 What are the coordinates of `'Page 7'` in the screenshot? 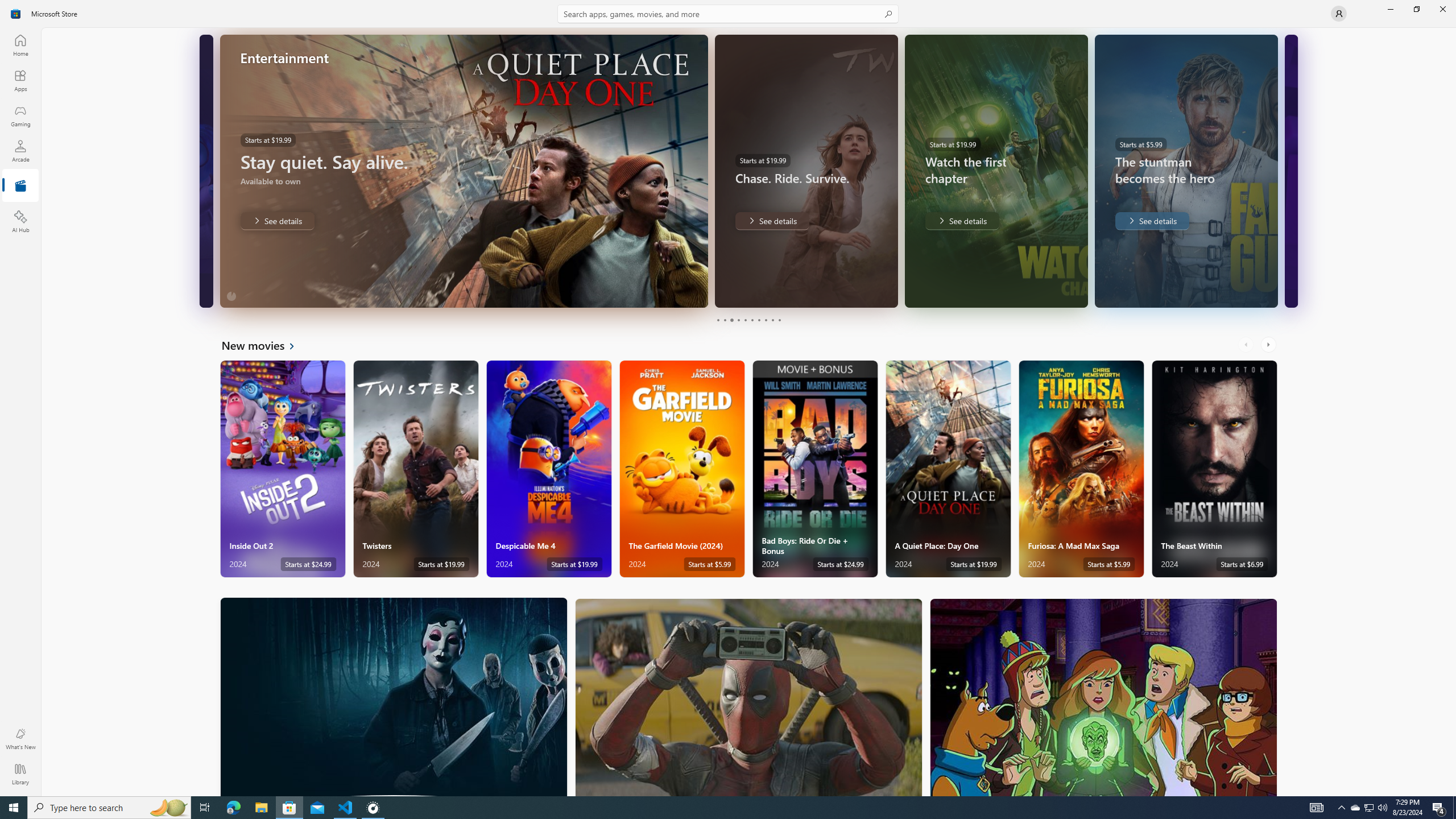 It's located at (758, 320).